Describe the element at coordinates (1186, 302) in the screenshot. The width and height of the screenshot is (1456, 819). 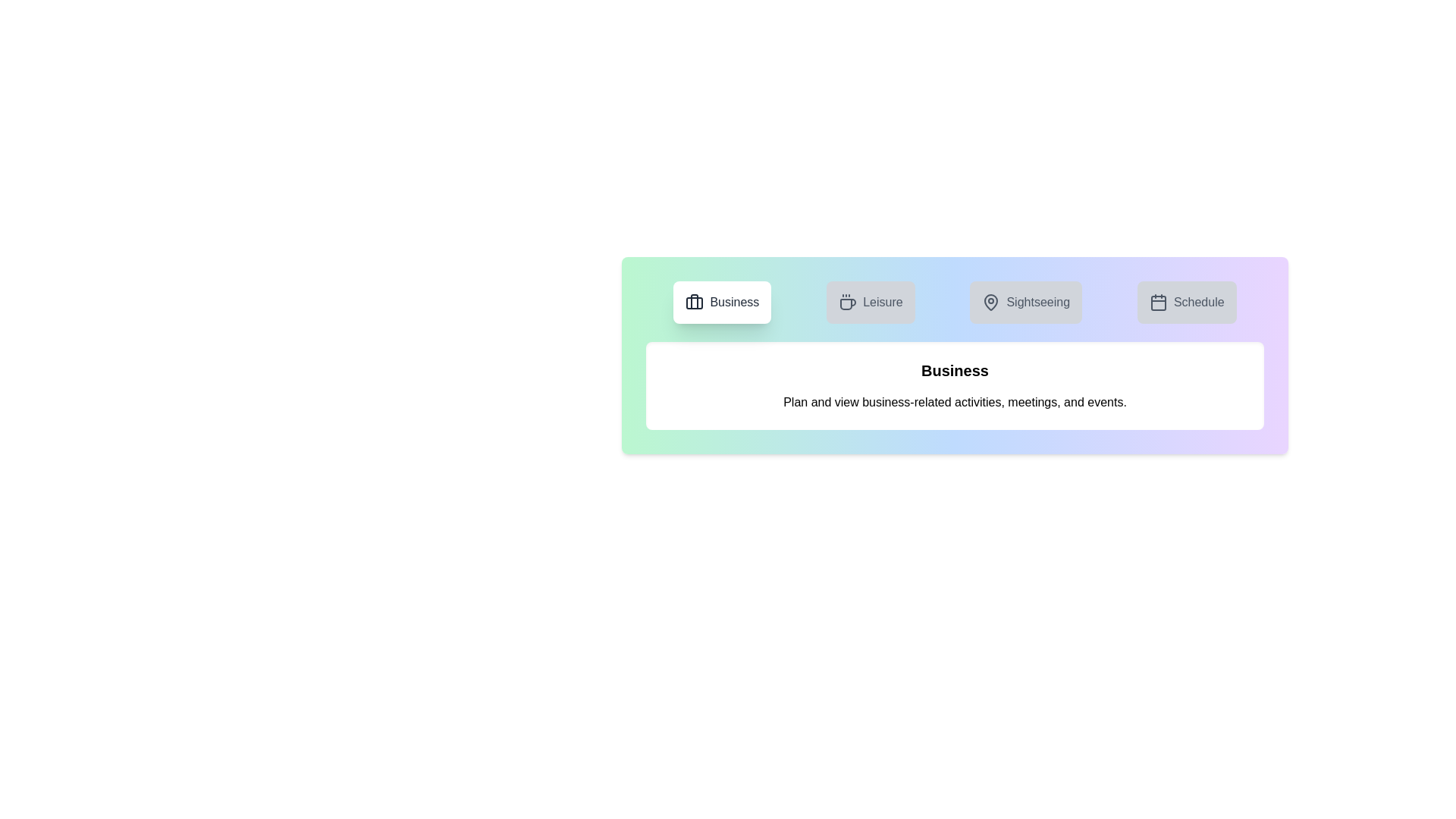
I see `the tab labeled Schedule to view its content` at that location.